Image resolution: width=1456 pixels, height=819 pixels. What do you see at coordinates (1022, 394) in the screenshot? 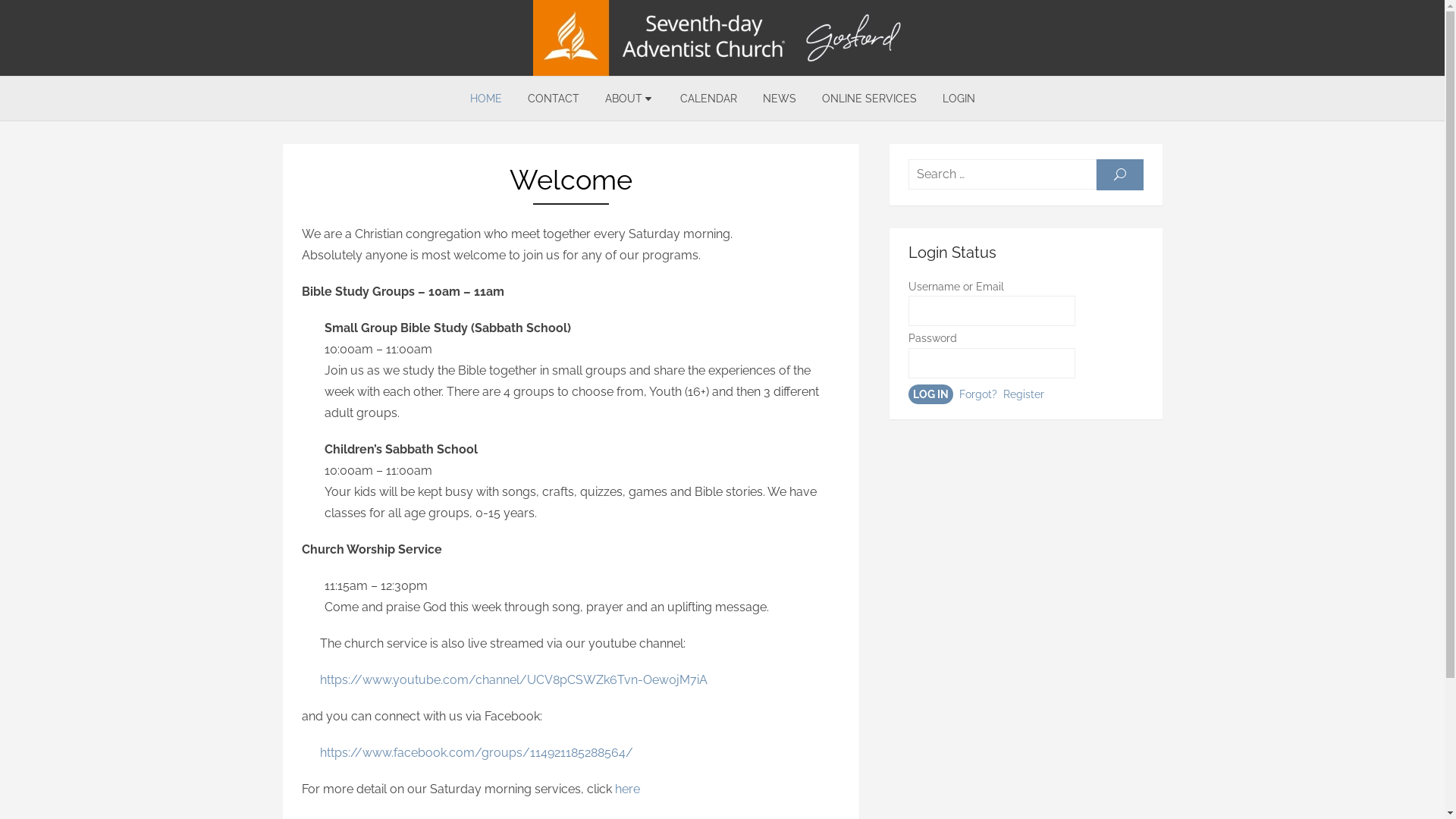
I see `'Register'` at bounding box center [1022, 394].